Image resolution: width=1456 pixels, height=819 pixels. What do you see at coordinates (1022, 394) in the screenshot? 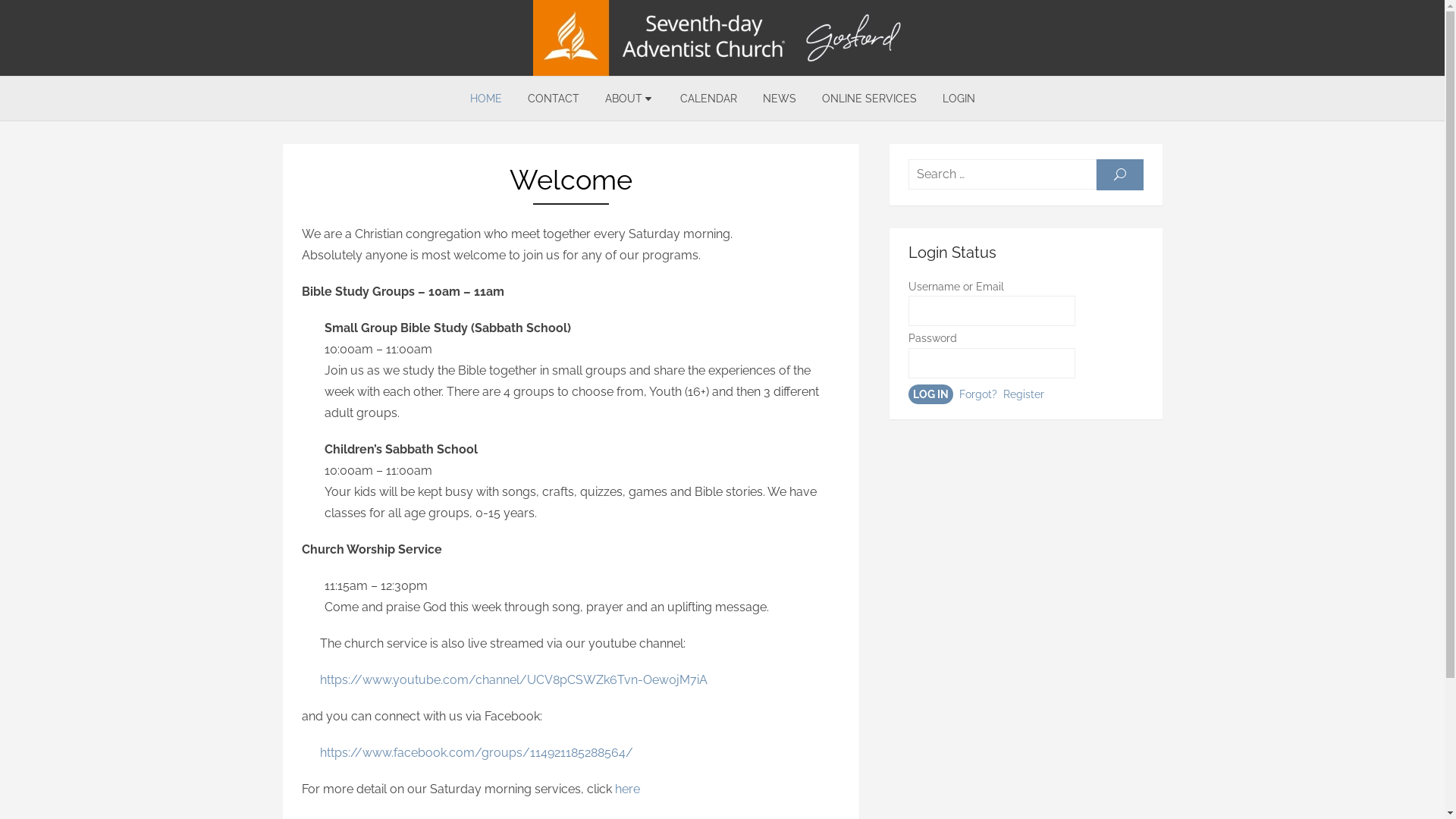
I see `'Register'` at bounding box center [1022, 394].